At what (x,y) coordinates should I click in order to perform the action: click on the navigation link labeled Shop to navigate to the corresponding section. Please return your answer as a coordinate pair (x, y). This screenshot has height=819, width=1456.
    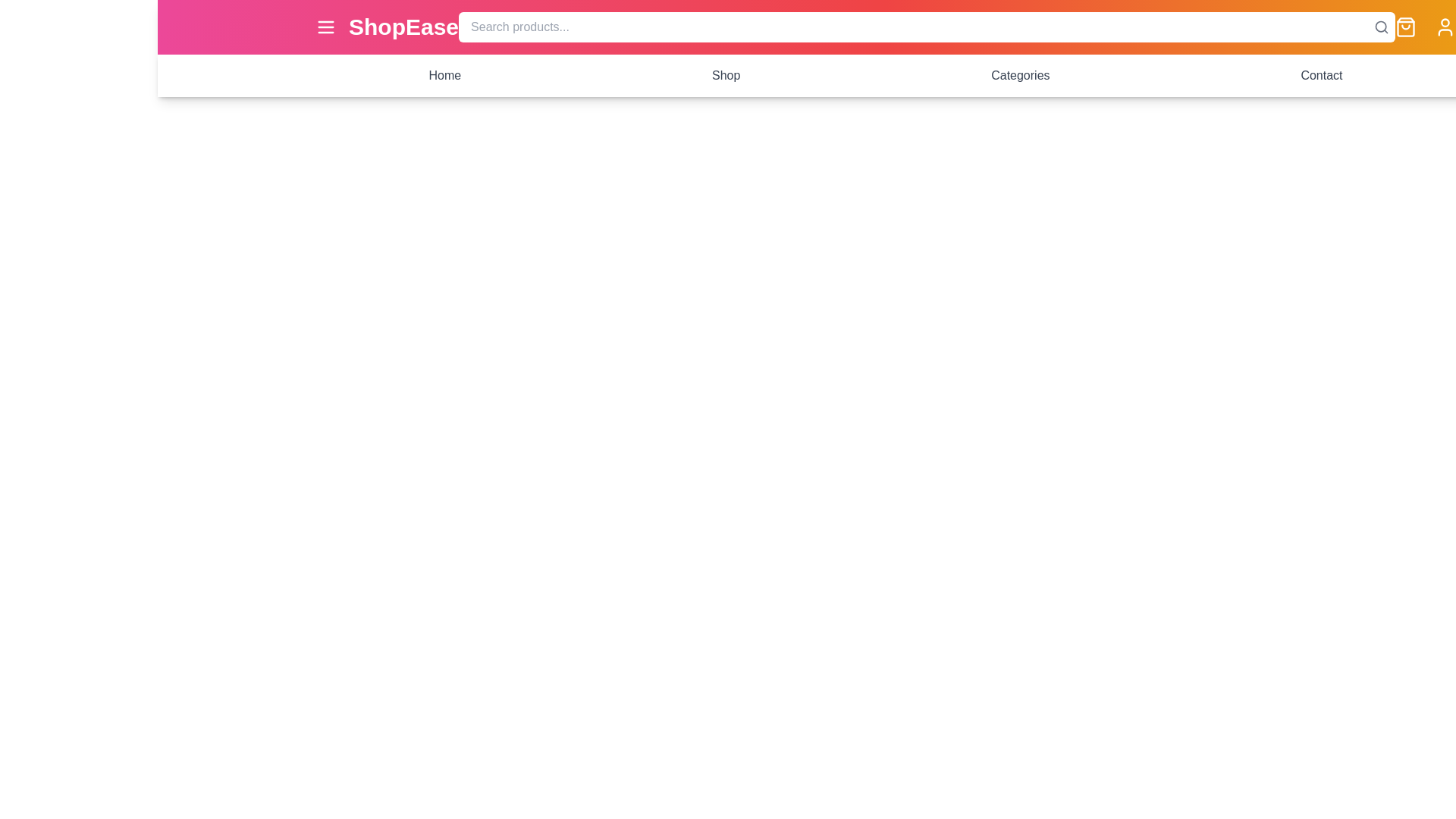
    Looking at the image, I should click on (725, 76).